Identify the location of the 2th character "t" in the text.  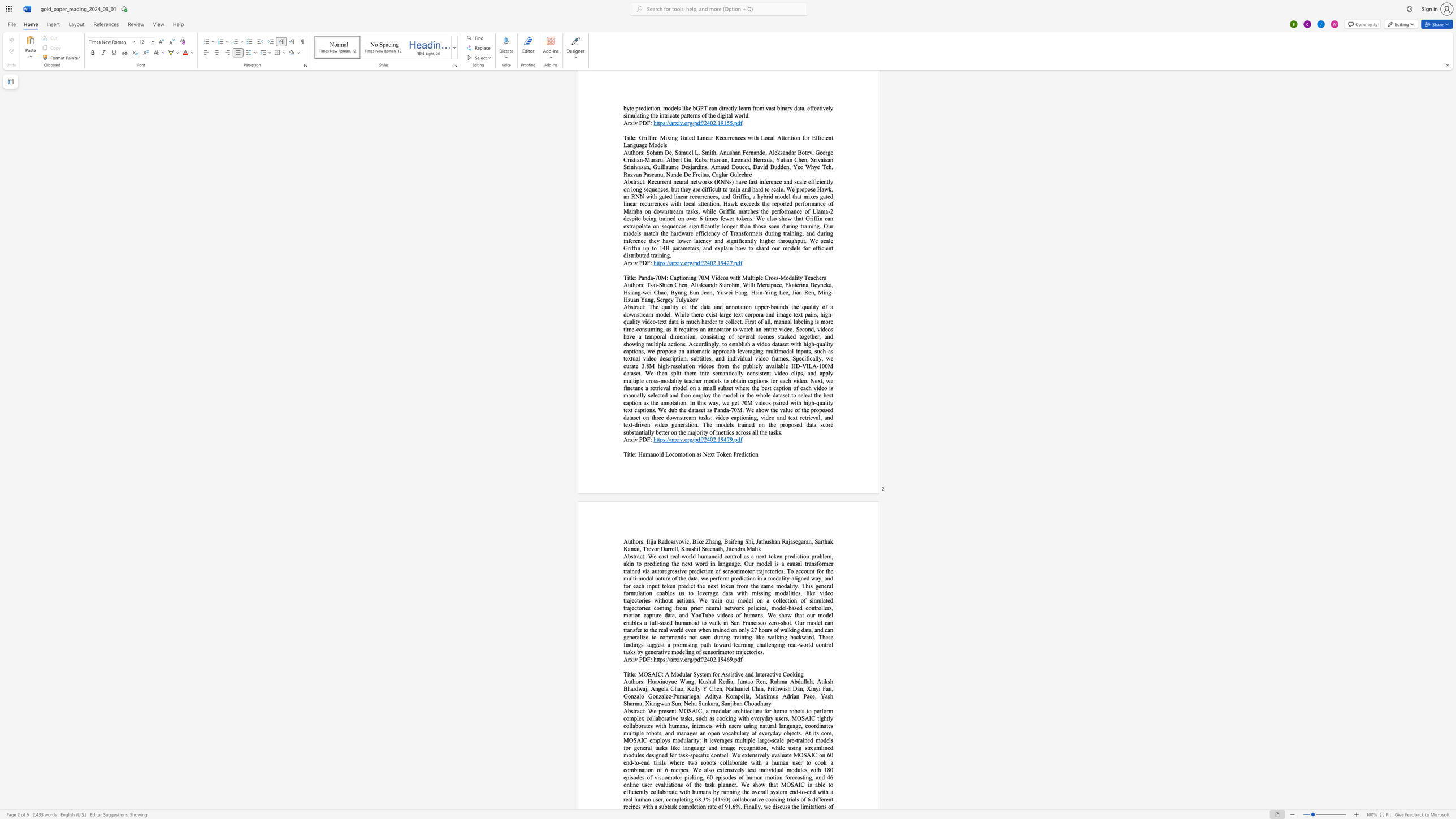
(643, 710).